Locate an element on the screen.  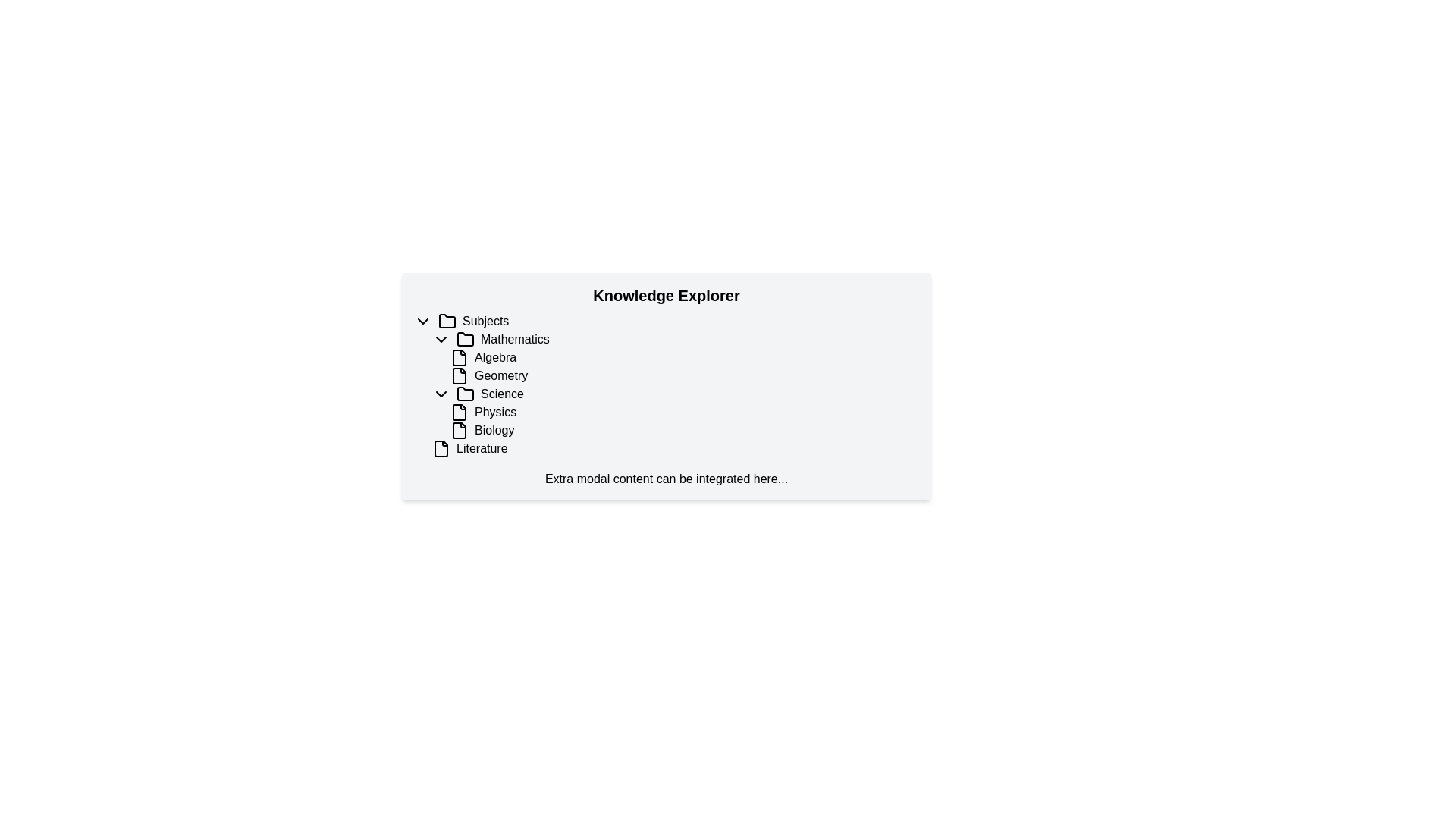
the Dropdown indicator located to the left of the 'Subjects' text in the 'Knowledge Explorer' interface is located at coordinates (422, 321).